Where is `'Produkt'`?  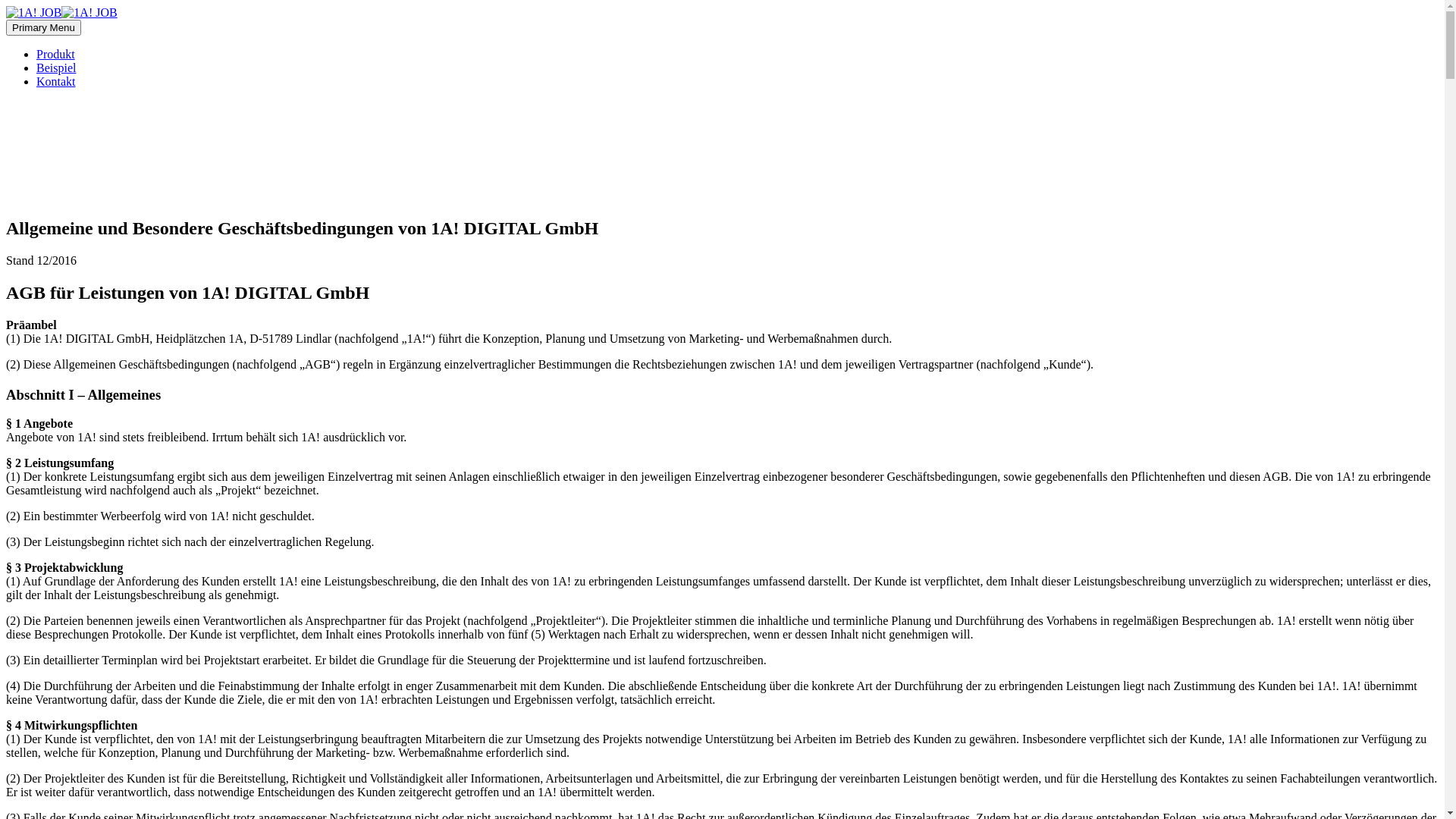 'Produkt' is located at coordinates (55, 53).